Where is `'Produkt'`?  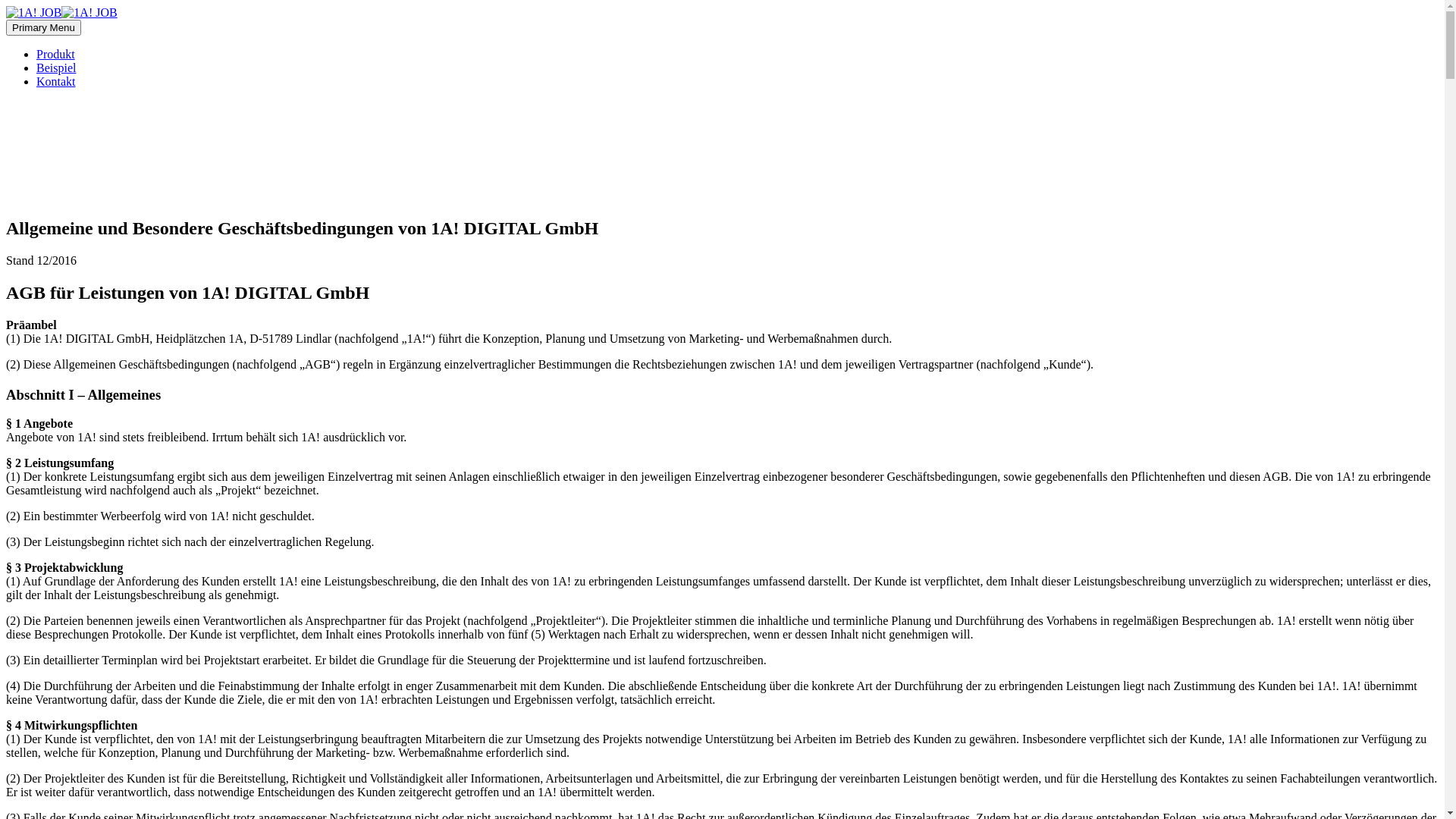 'Produkt' is located at coordinates (55, 53).